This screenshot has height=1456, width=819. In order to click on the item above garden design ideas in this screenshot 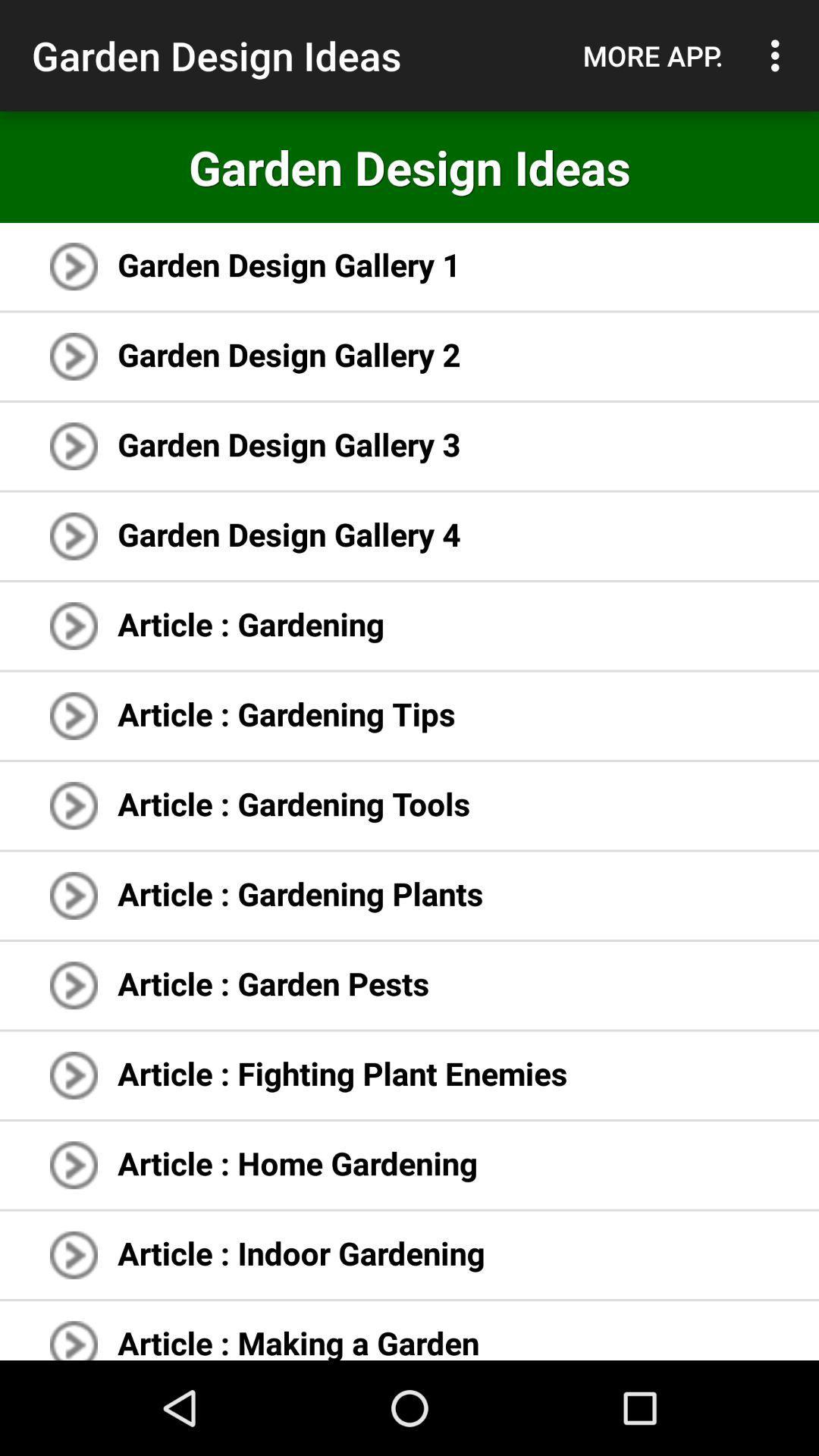, I will do `click(779, 55)`.